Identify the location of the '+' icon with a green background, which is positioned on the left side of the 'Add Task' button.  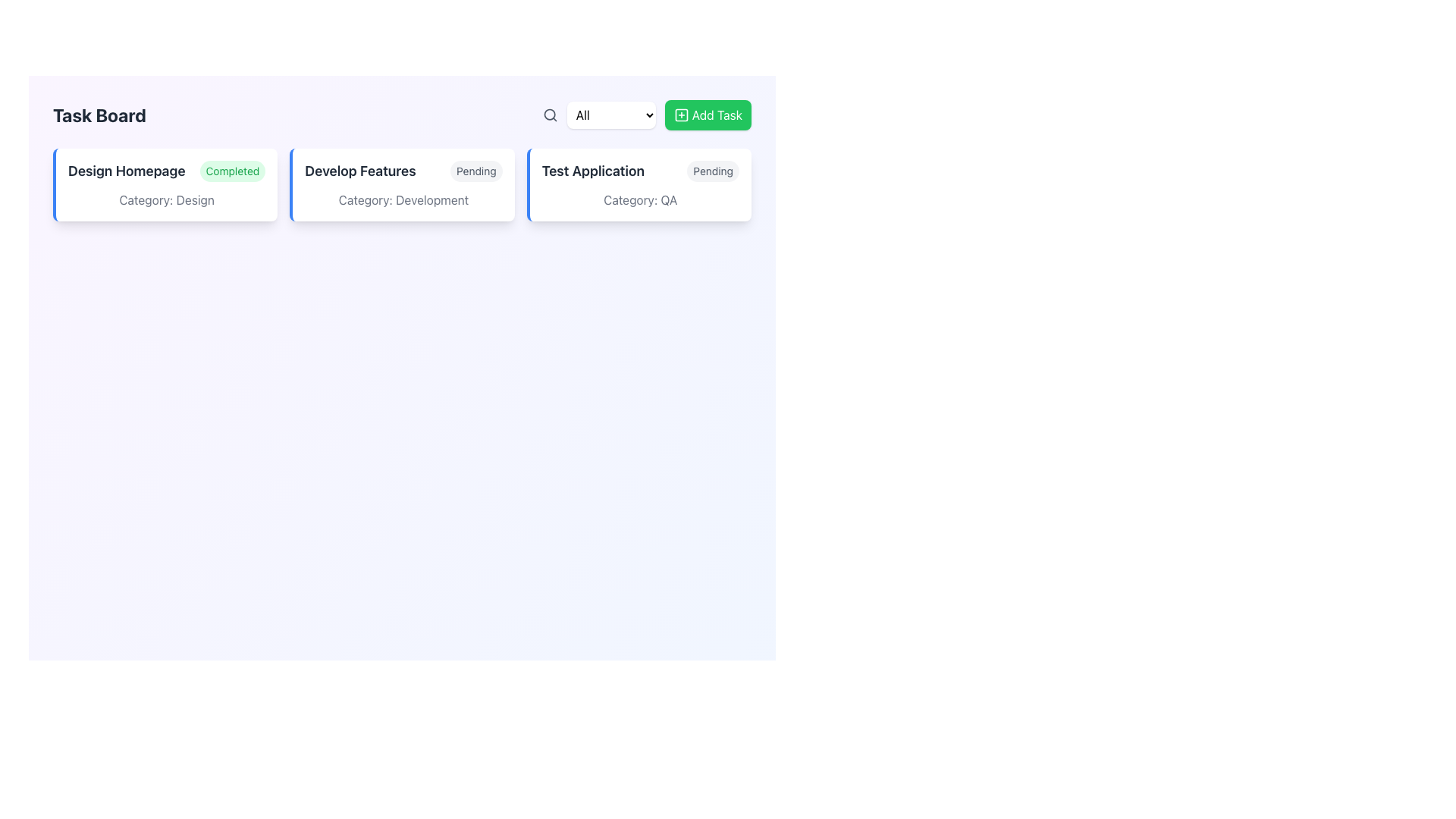
(679, 114).